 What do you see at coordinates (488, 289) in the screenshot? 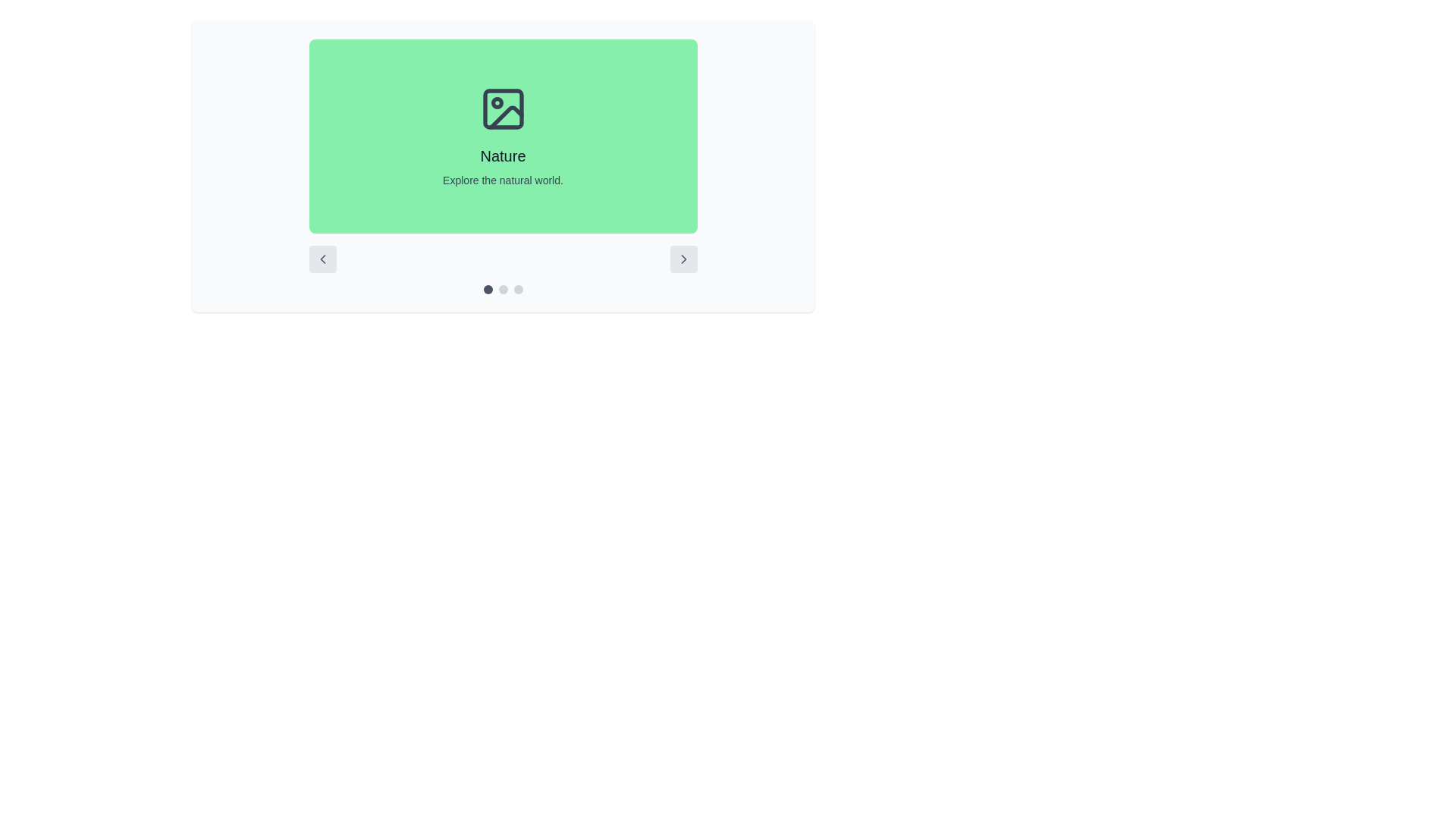
I see `the first circular navigation indicator with a dark gray background` at bounding box center [488, 289].